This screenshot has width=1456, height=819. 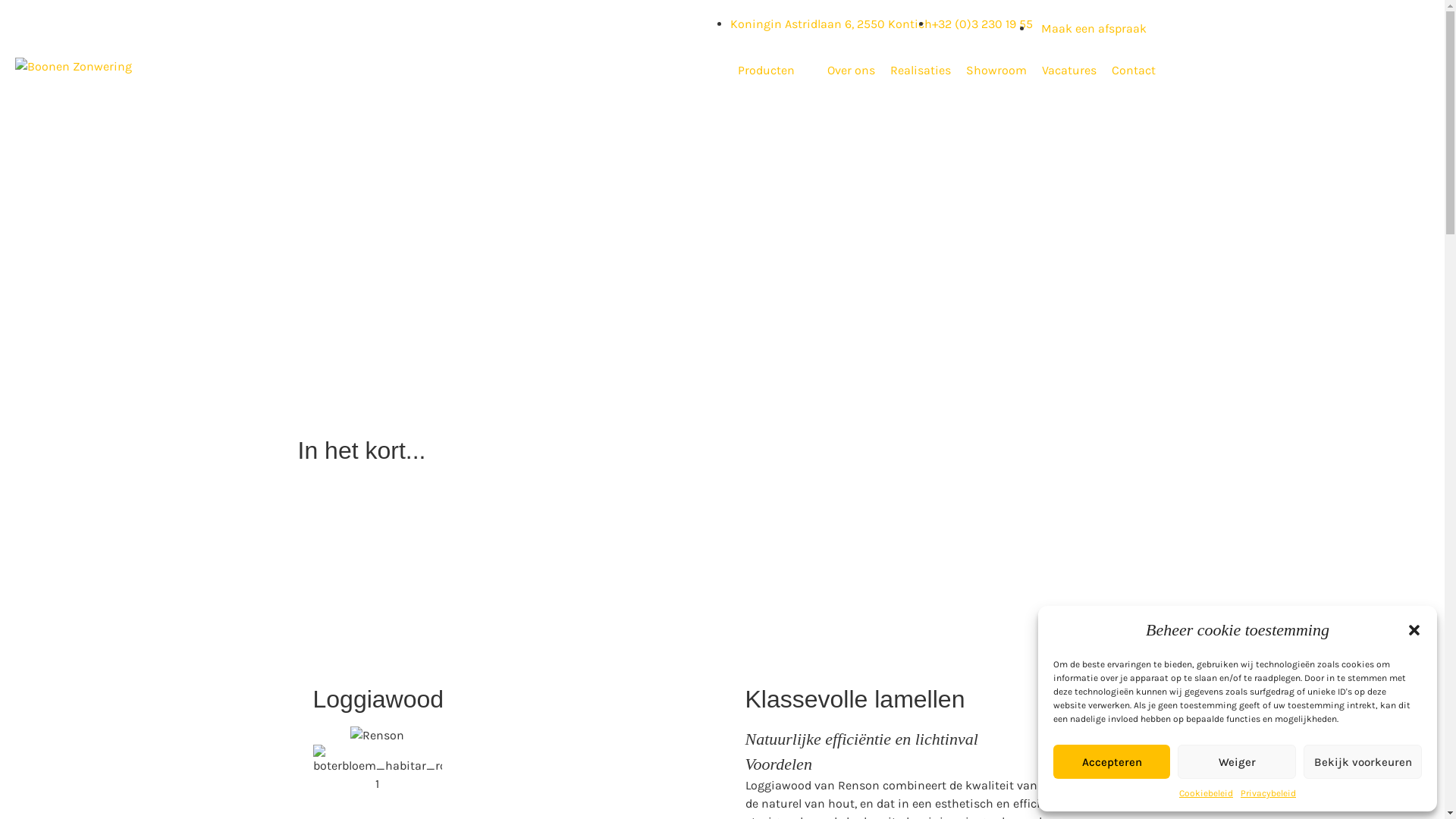 What do you see at coordinates (765, 70) in the screenshot?
I see `'Producten'` at bounding box center [765, 70].